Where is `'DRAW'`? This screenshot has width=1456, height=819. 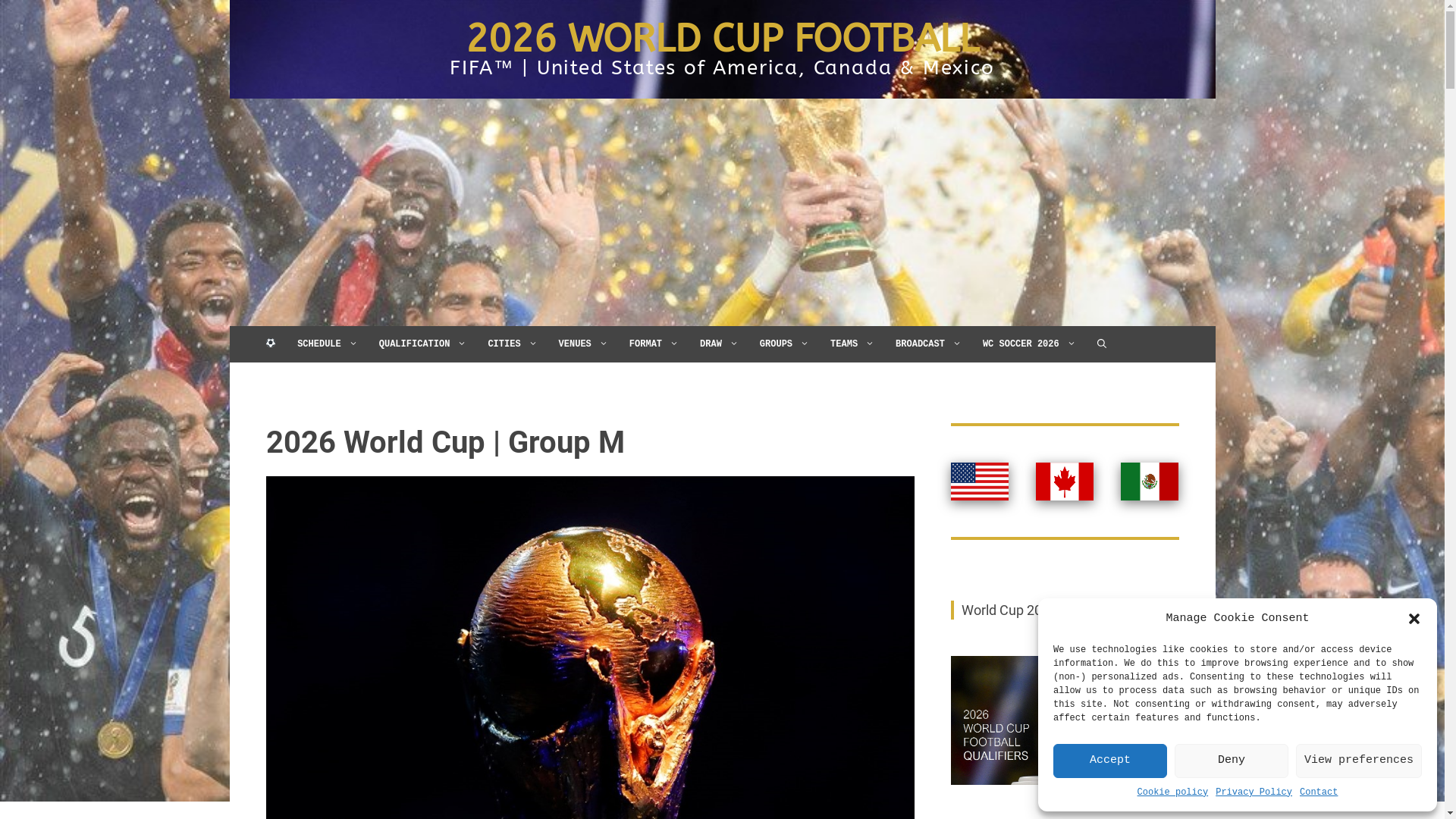 'DRAW' is located at coordinates (718, 344).